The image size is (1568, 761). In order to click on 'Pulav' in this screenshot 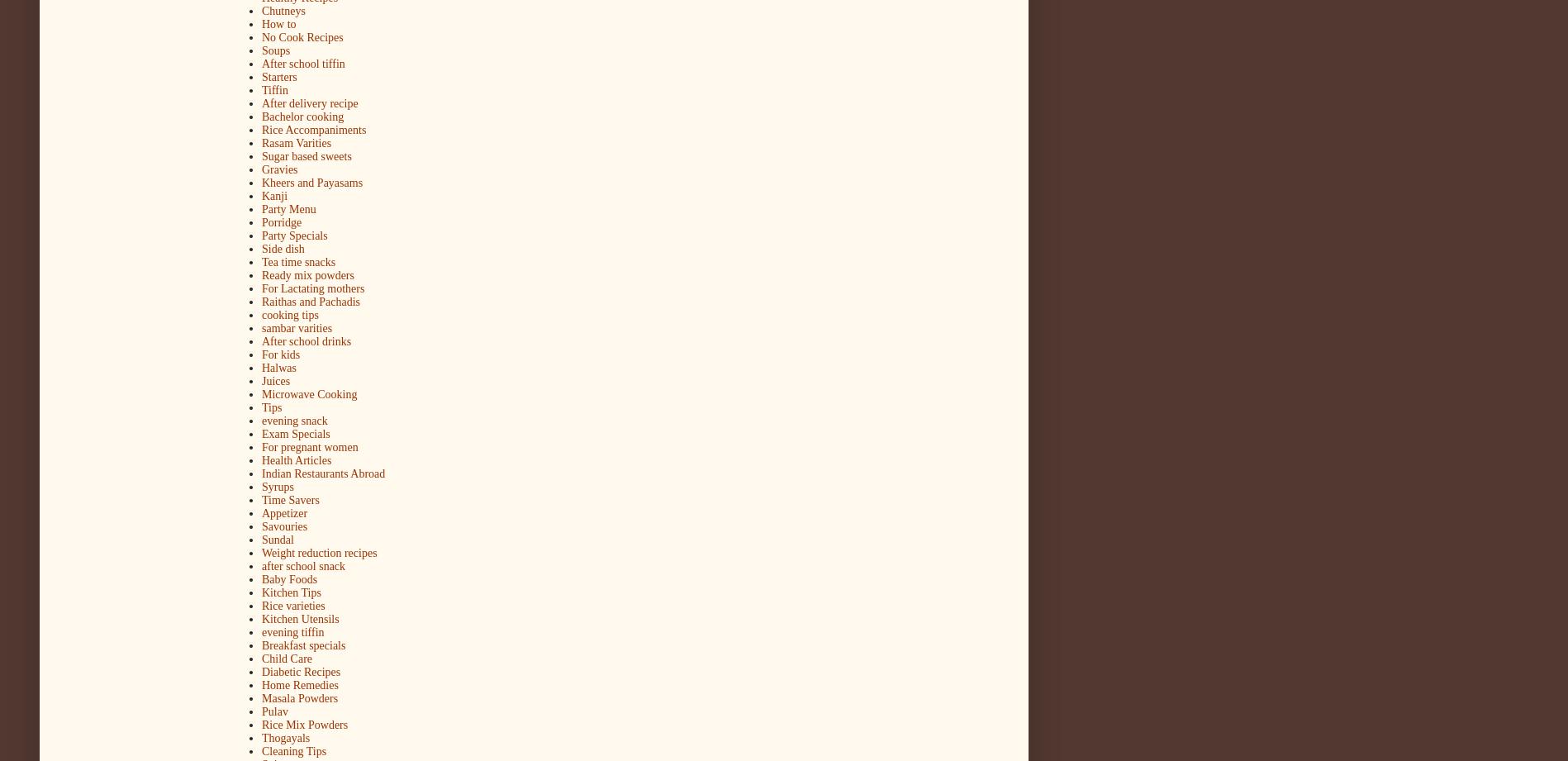, I will do `click(260, 711)`.